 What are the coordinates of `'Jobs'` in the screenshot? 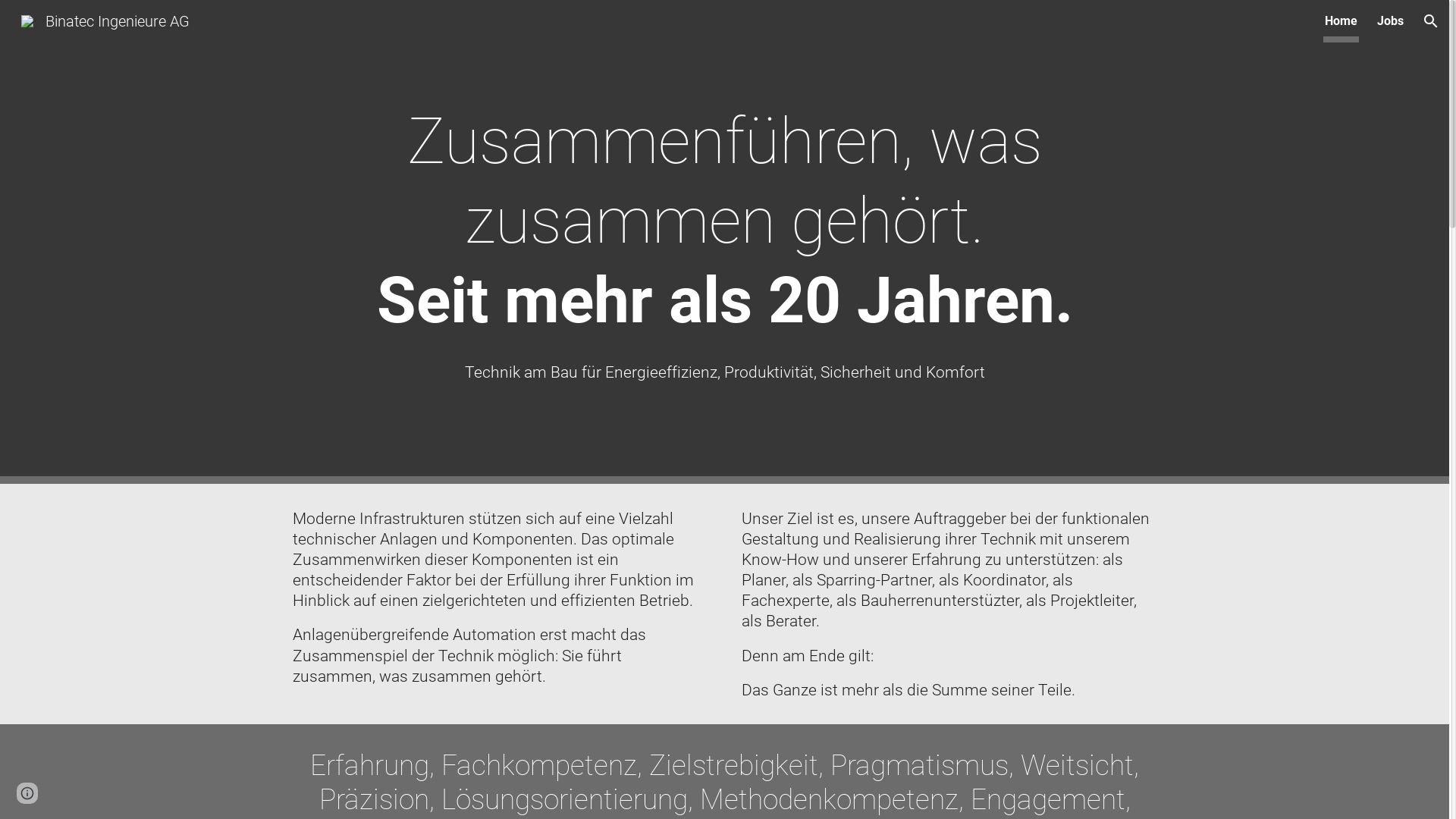 It's located at (1390, 20).